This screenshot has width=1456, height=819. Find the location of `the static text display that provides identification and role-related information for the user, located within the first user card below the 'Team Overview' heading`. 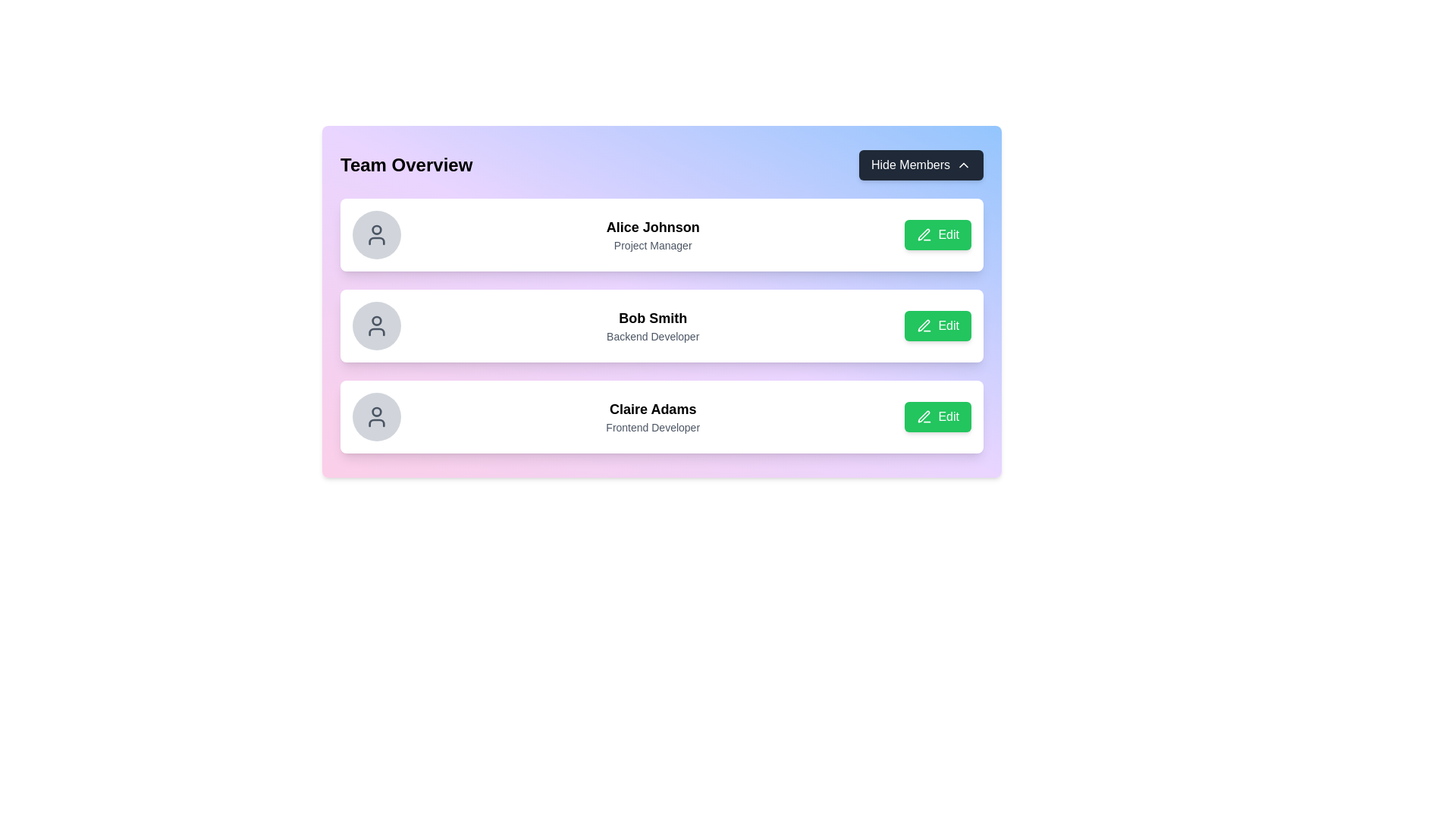

the static text display that provides identification and role-related information for the user, located within the first user card below the 'Team Overview' heading is located at coordinates (653, 234).